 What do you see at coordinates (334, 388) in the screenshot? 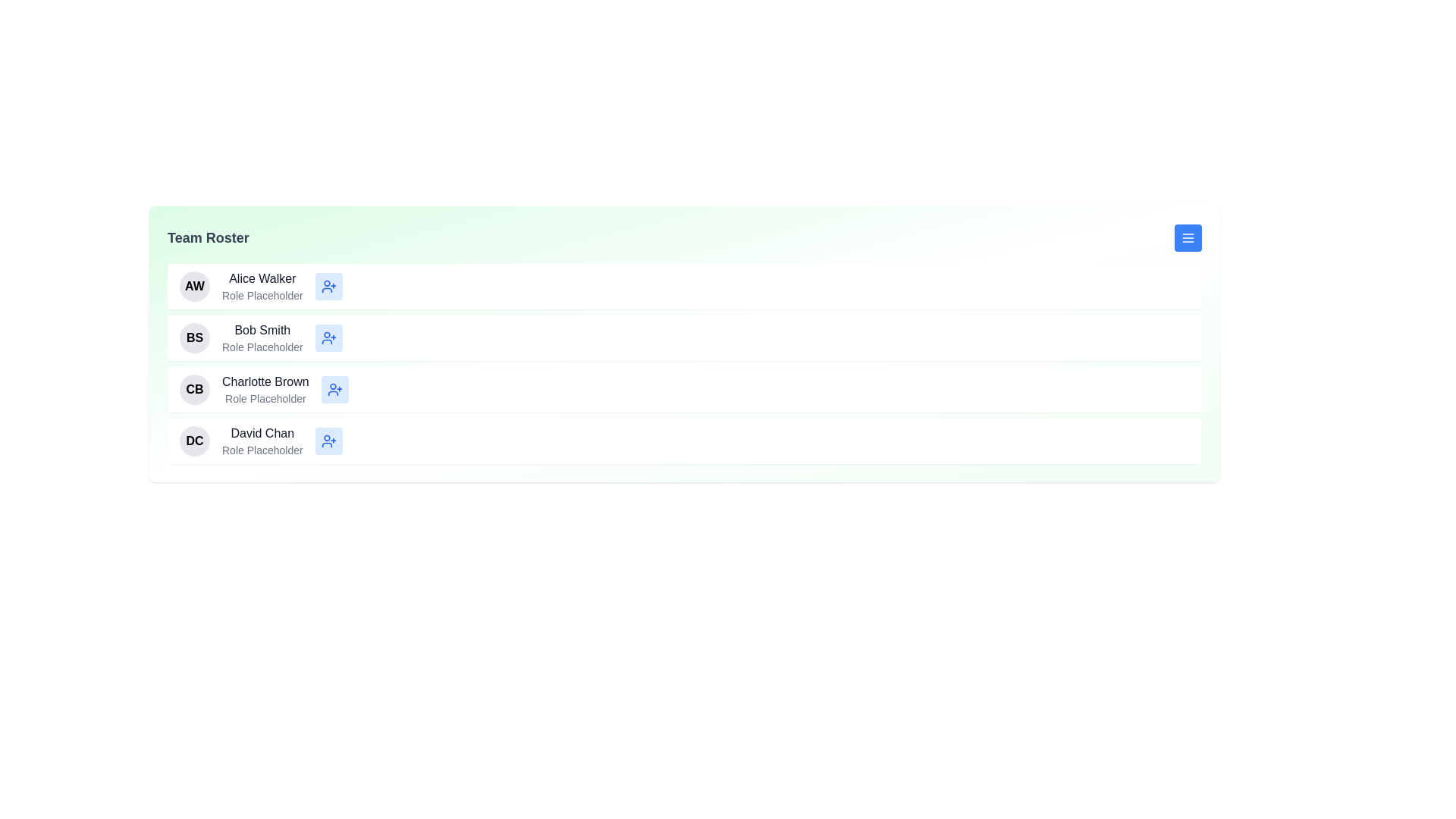
I see `the button next to 'Charlotte Brown' in the third row` at bounding box center [334, 388].